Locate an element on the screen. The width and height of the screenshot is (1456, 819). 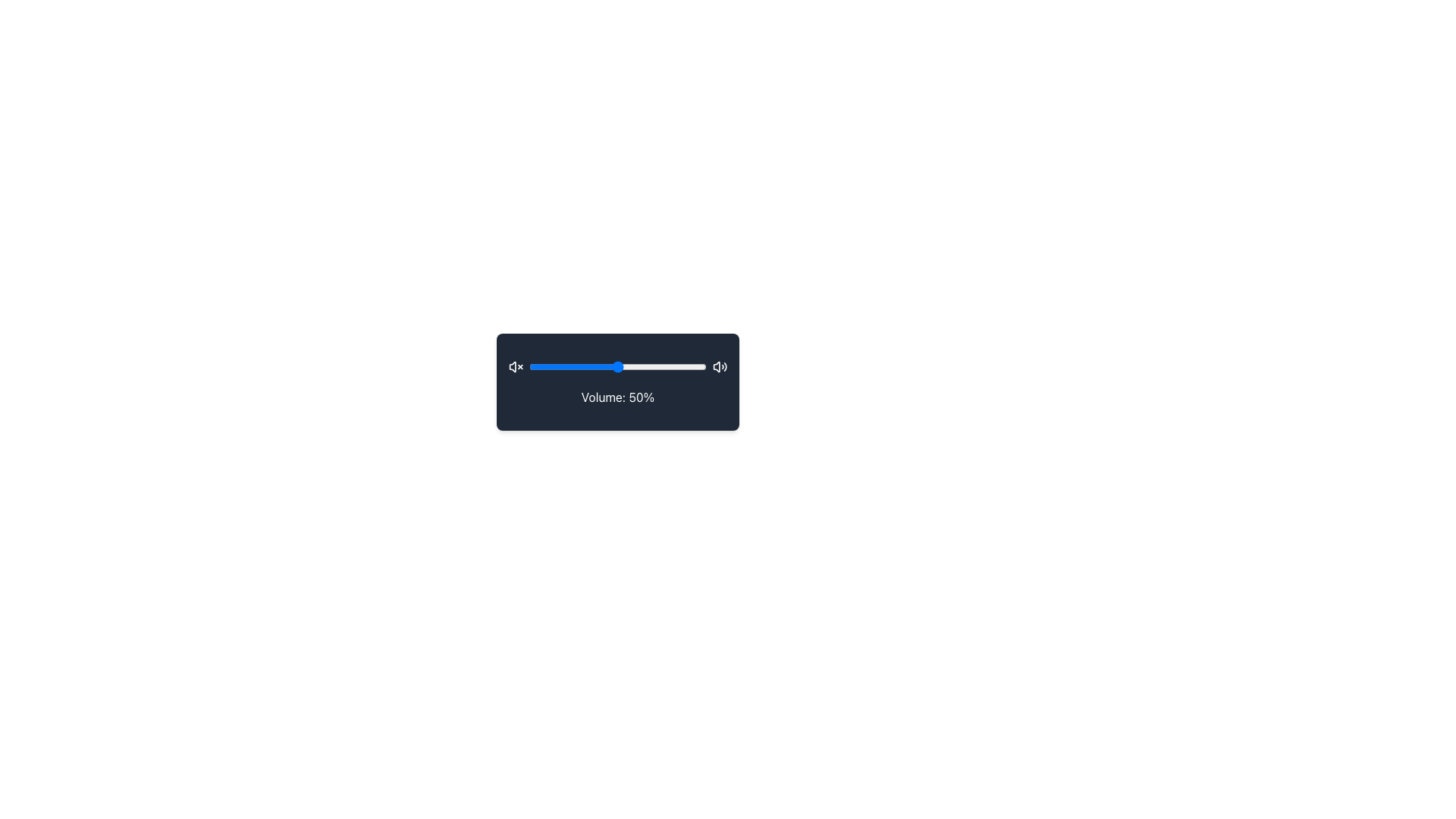
the volume level is located at coordinates (603, 366).